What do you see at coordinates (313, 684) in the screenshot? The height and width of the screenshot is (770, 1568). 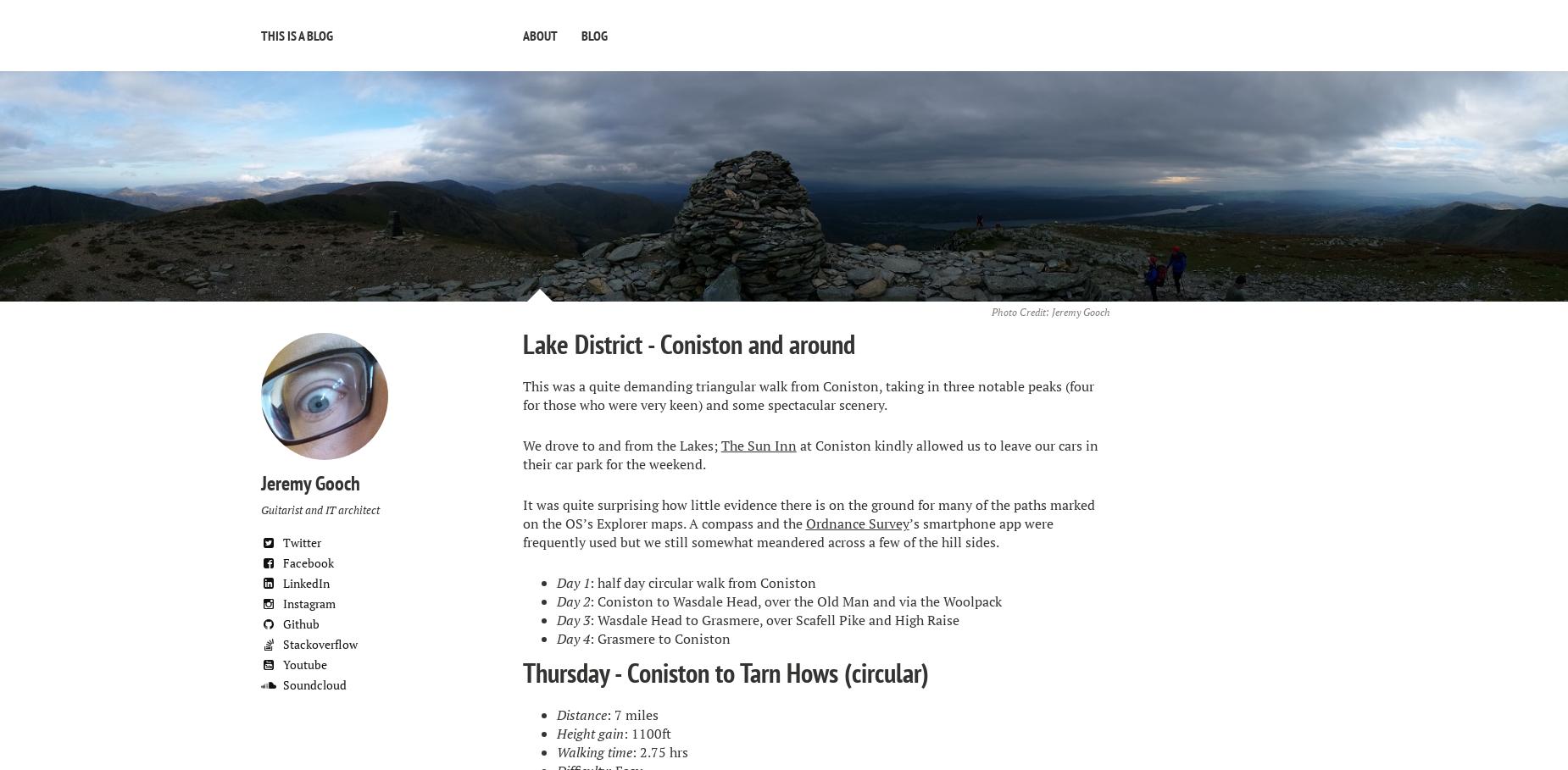 I see `'Soundcloud'` at bounding box center [313, 684].